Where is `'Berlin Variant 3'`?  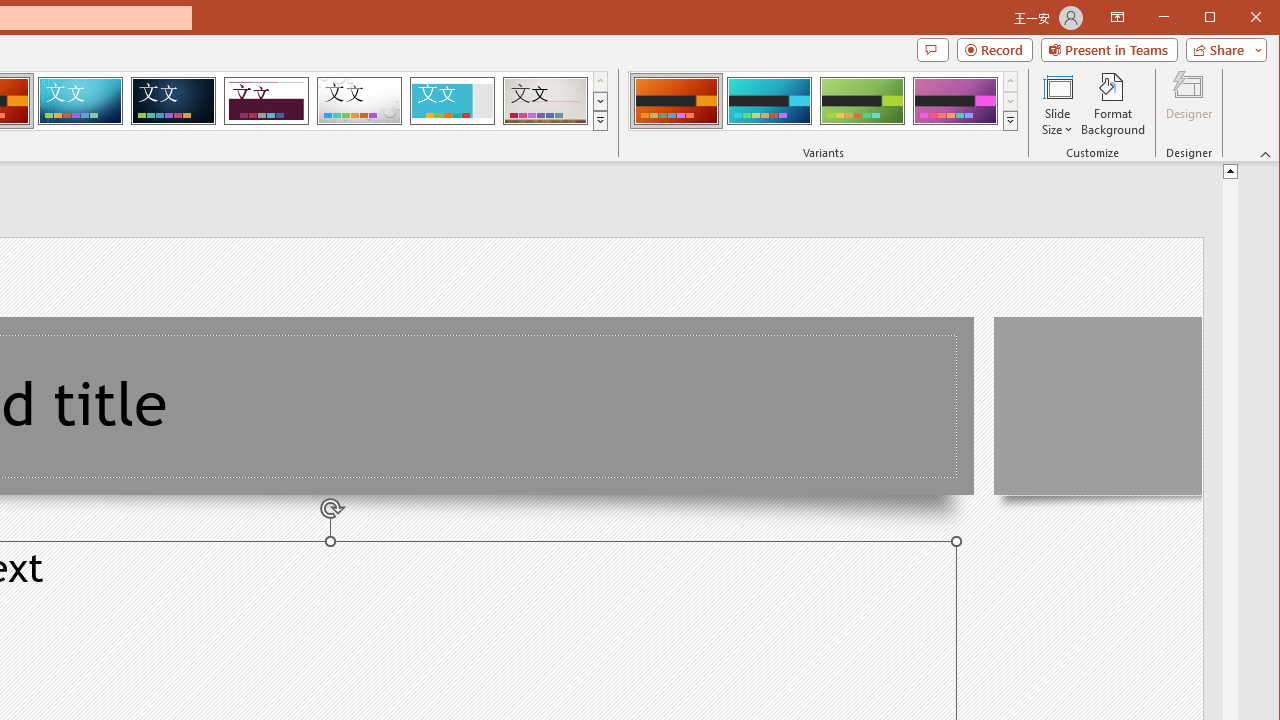 'Berlin Variant 3' is located at coordinates (862, 100).